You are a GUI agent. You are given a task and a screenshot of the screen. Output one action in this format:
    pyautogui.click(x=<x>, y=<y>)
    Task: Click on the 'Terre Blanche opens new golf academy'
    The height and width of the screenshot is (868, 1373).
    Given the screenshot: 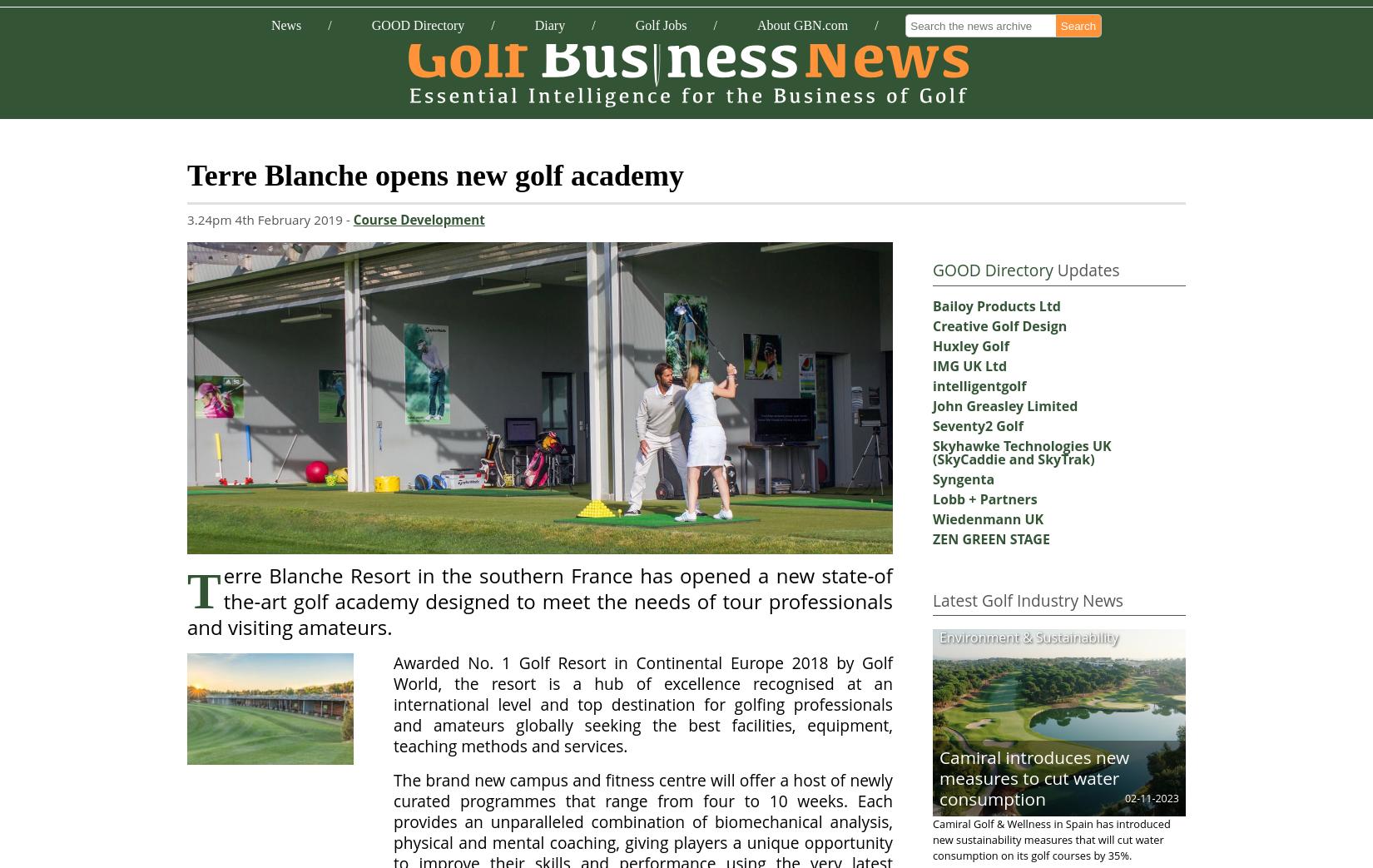 What is the action you would take?
    pyautogui.click(x=434, y=174)
    